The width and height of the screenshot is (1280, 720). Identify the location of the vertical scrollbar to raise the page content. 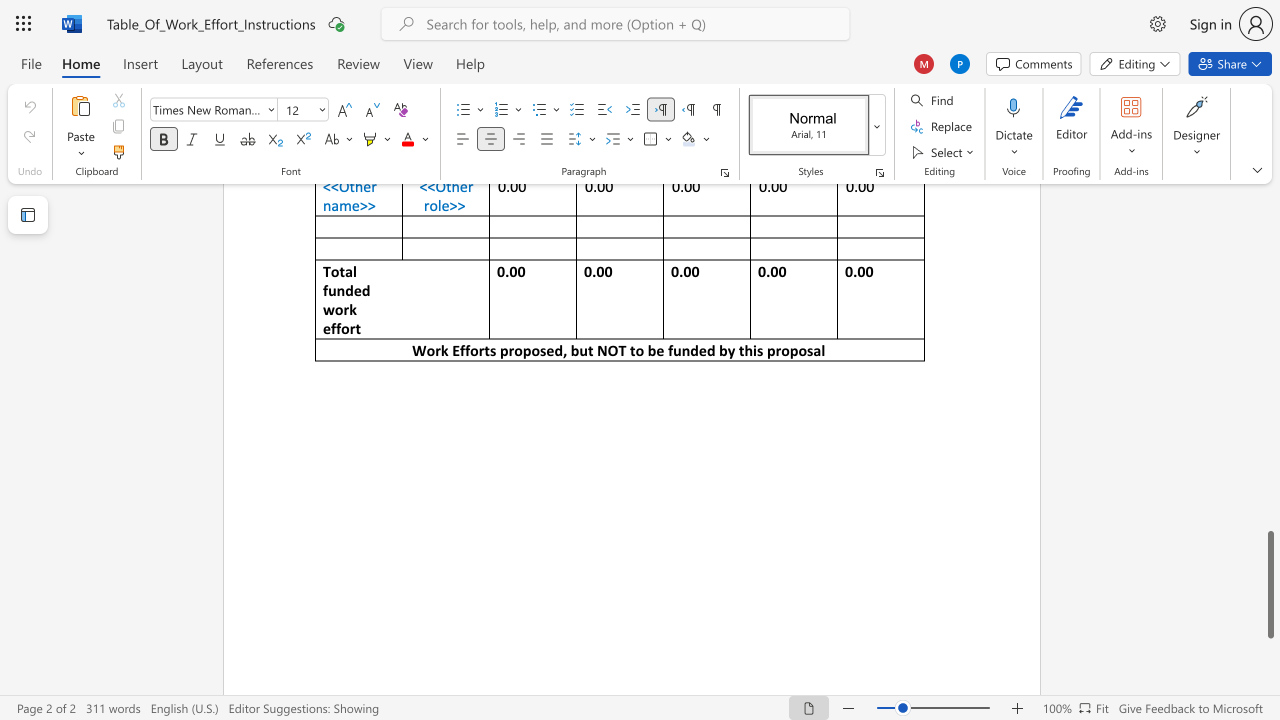
(1269, 290).